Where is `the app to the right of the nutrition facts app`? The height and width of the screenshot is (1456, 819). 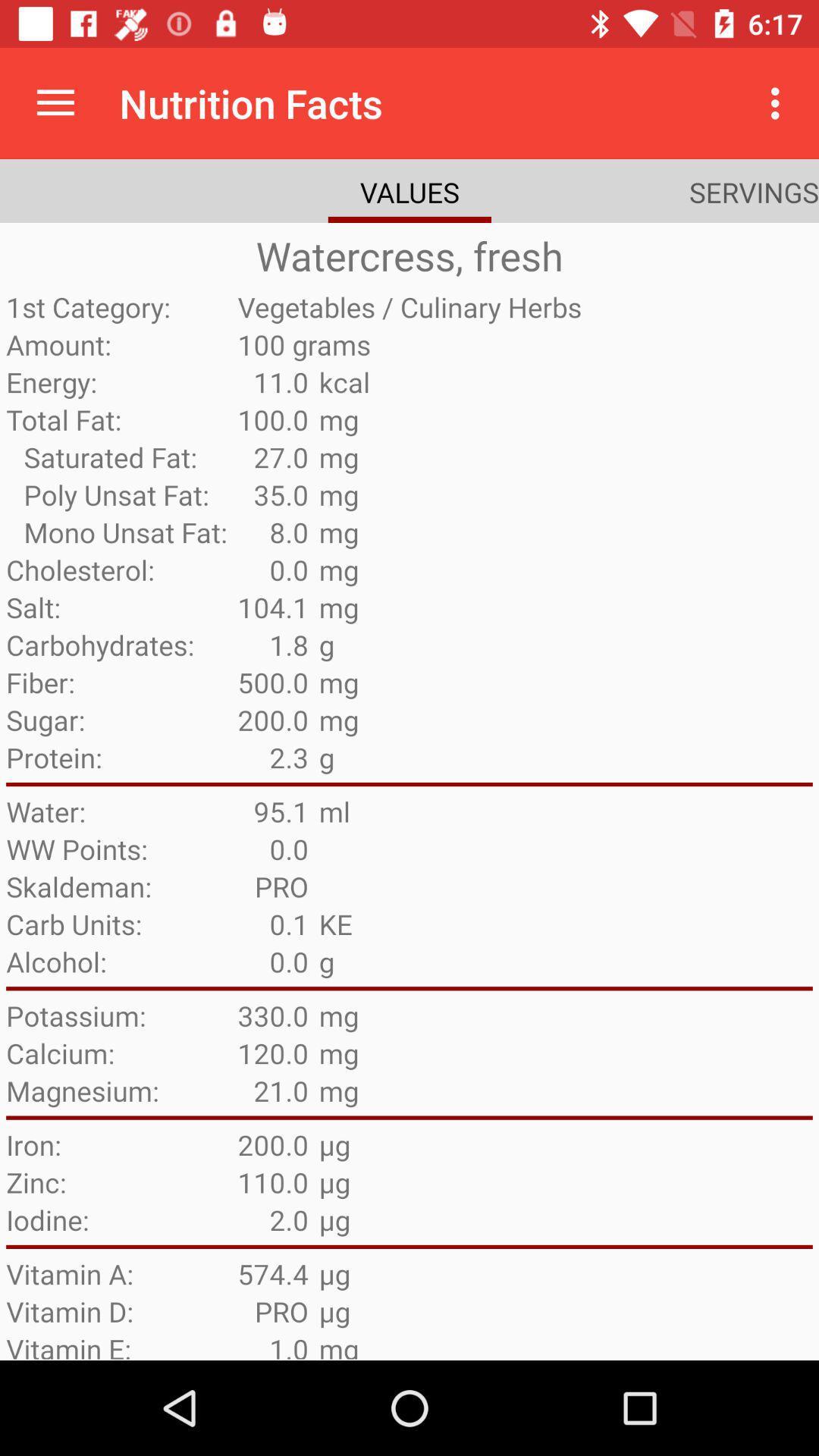 the app to the right of the nutrition facts app is located at coordinates (779, 102).